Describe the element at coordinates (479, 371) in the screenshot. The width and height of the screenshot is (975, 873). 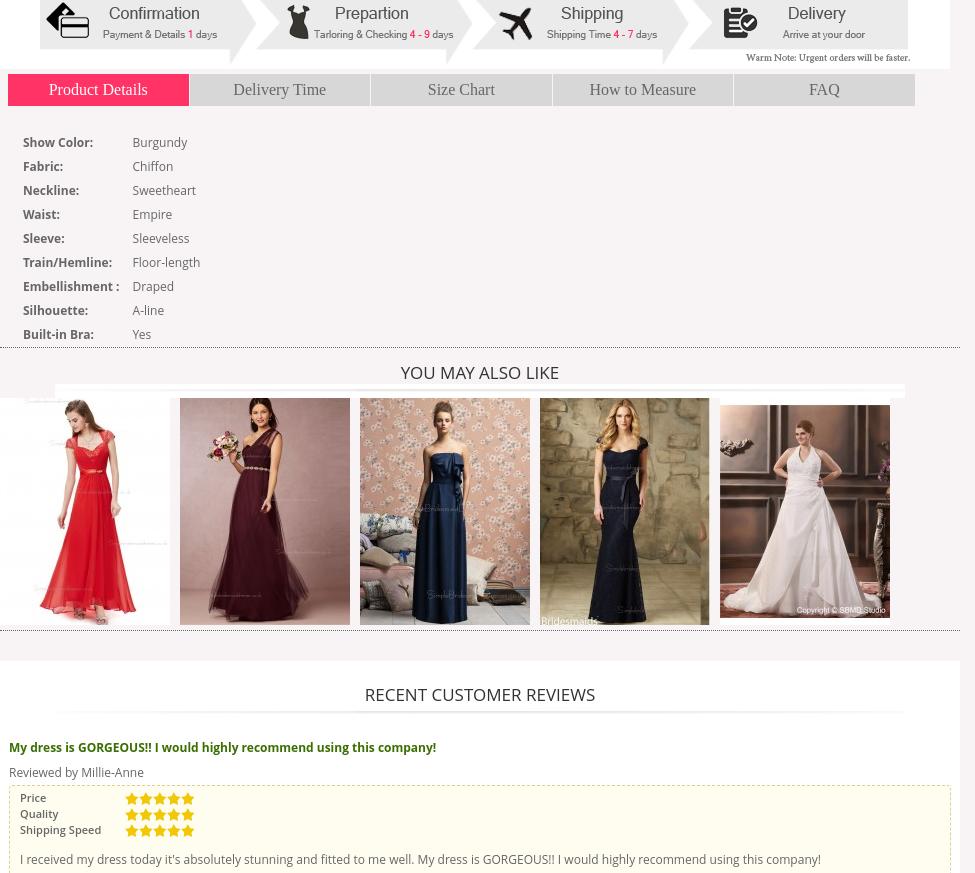
I see `'You may also like'` at that location.